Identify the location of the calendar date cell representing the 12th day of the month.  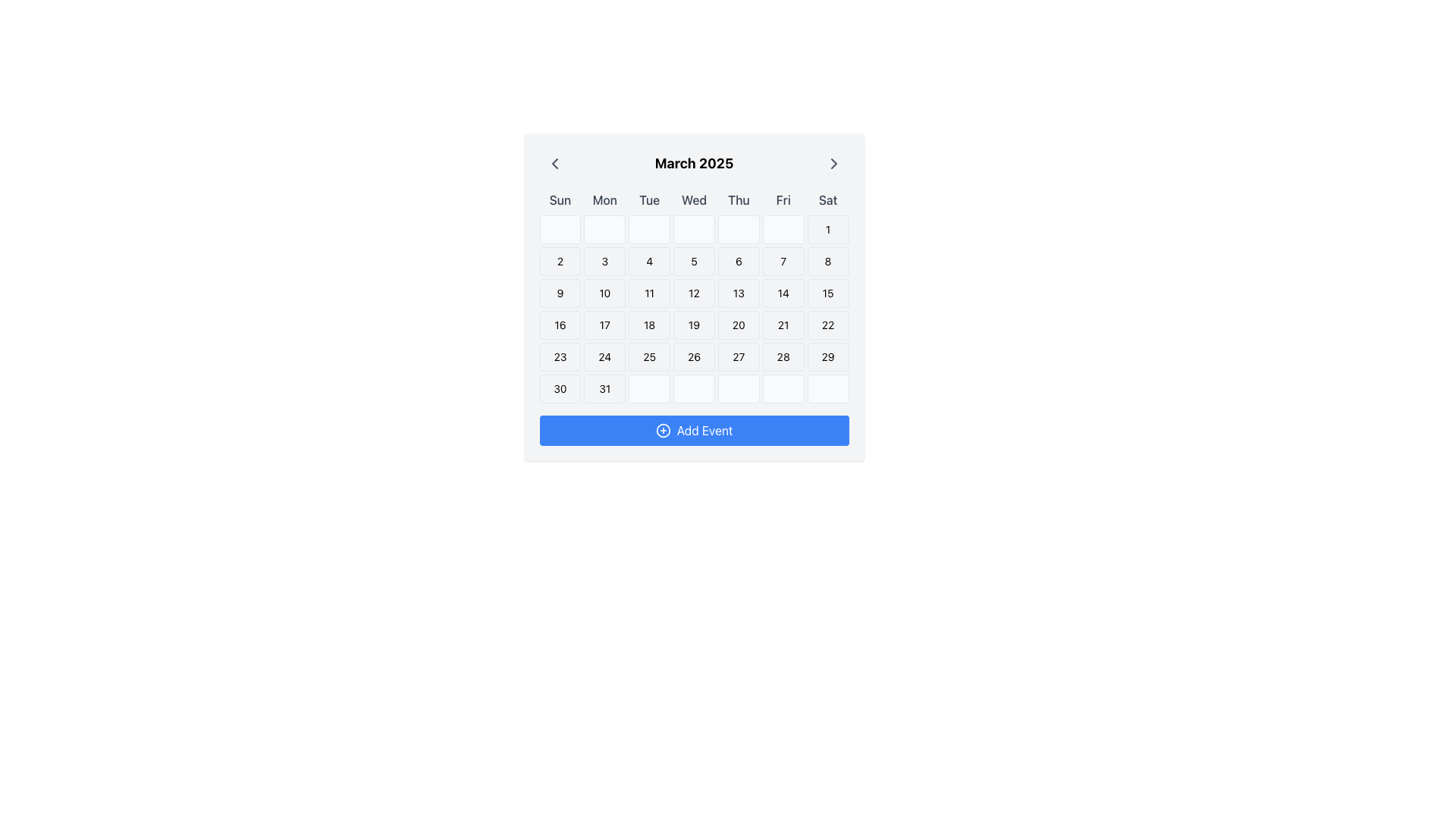
(693, 293).